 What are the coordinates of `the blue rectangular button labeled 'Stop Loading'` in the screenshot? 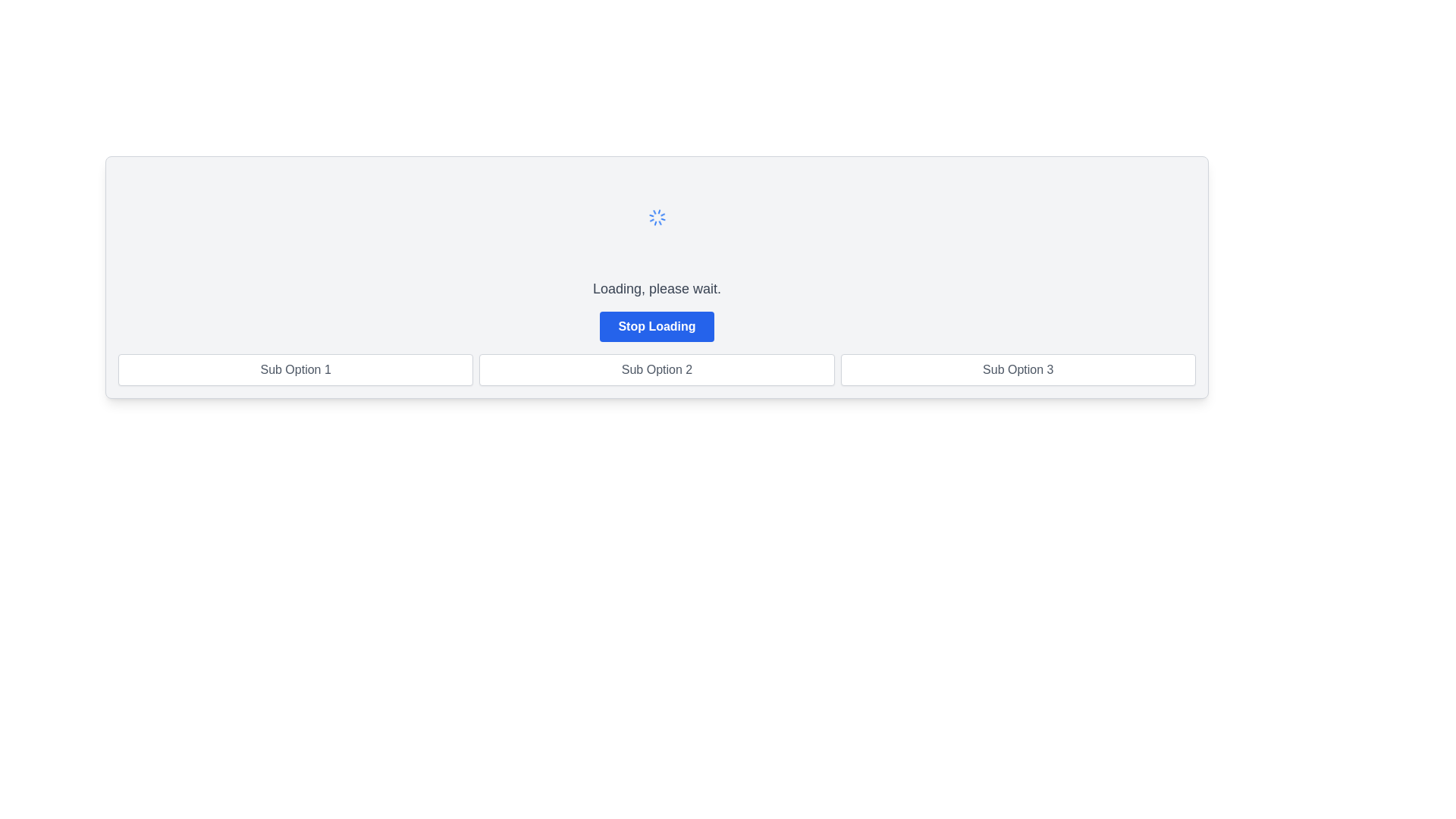 It's located at (657, 326).